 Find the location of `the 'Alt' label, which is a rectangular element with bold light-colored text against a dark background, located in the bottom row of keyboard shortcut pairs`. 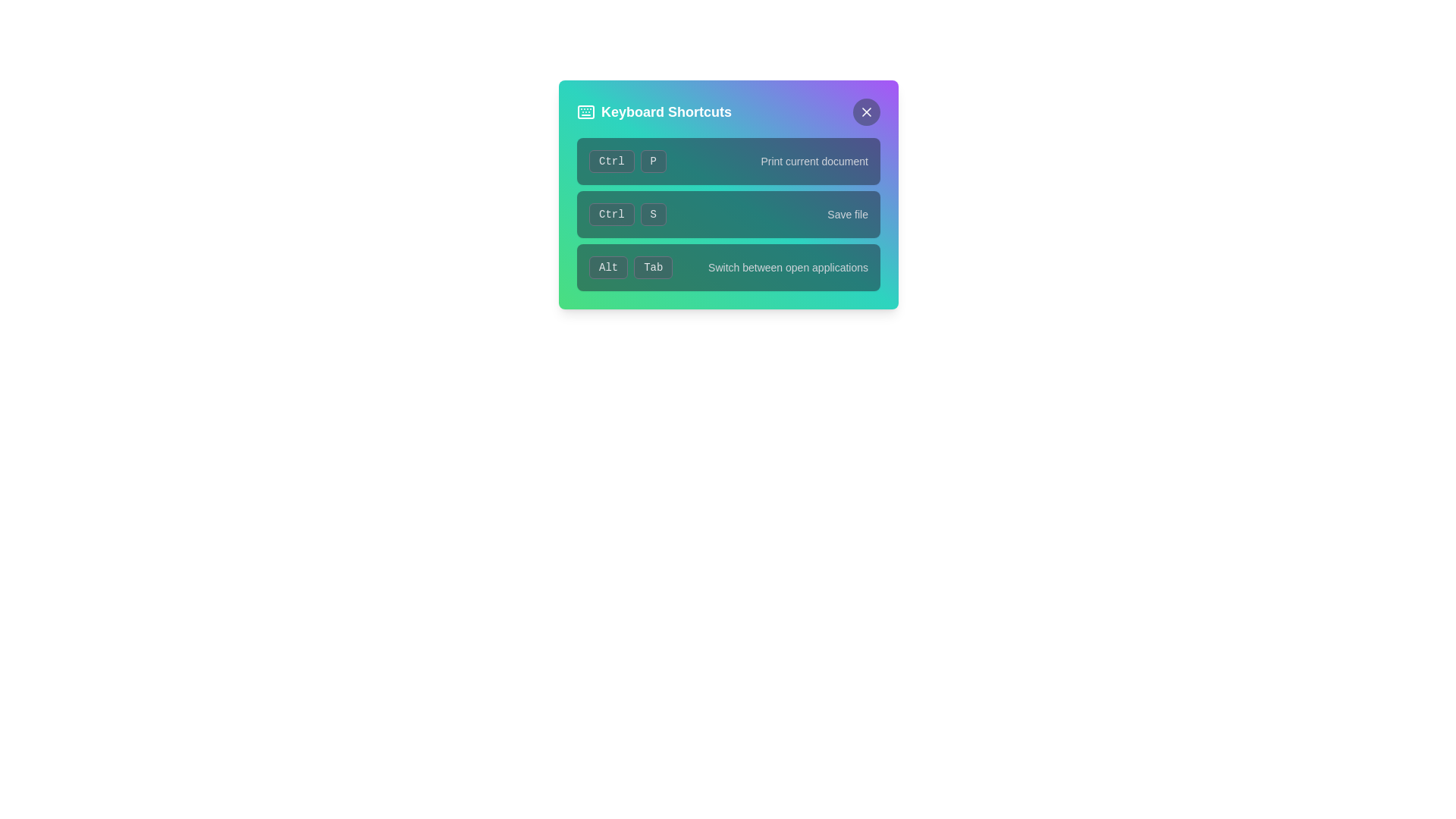

the 'Alt' label, which is a rectangular element with bold light-colored text against a dark background, located in the bottom row of keyboard shortcut pairs is located at coordinates (608, 267).